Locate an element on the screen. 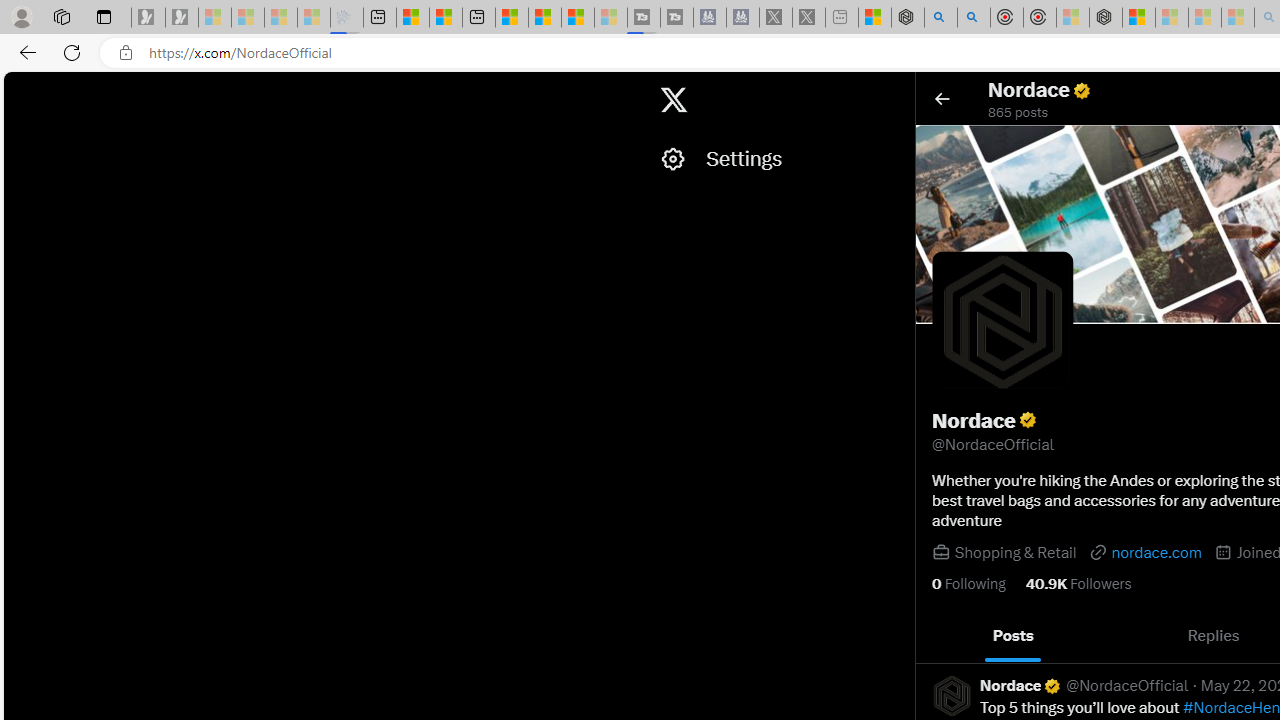 Image resolution: width=1280 pixels, height=720 pixels. '@NordaceOfficial' is located at coordinates (1127, 684).